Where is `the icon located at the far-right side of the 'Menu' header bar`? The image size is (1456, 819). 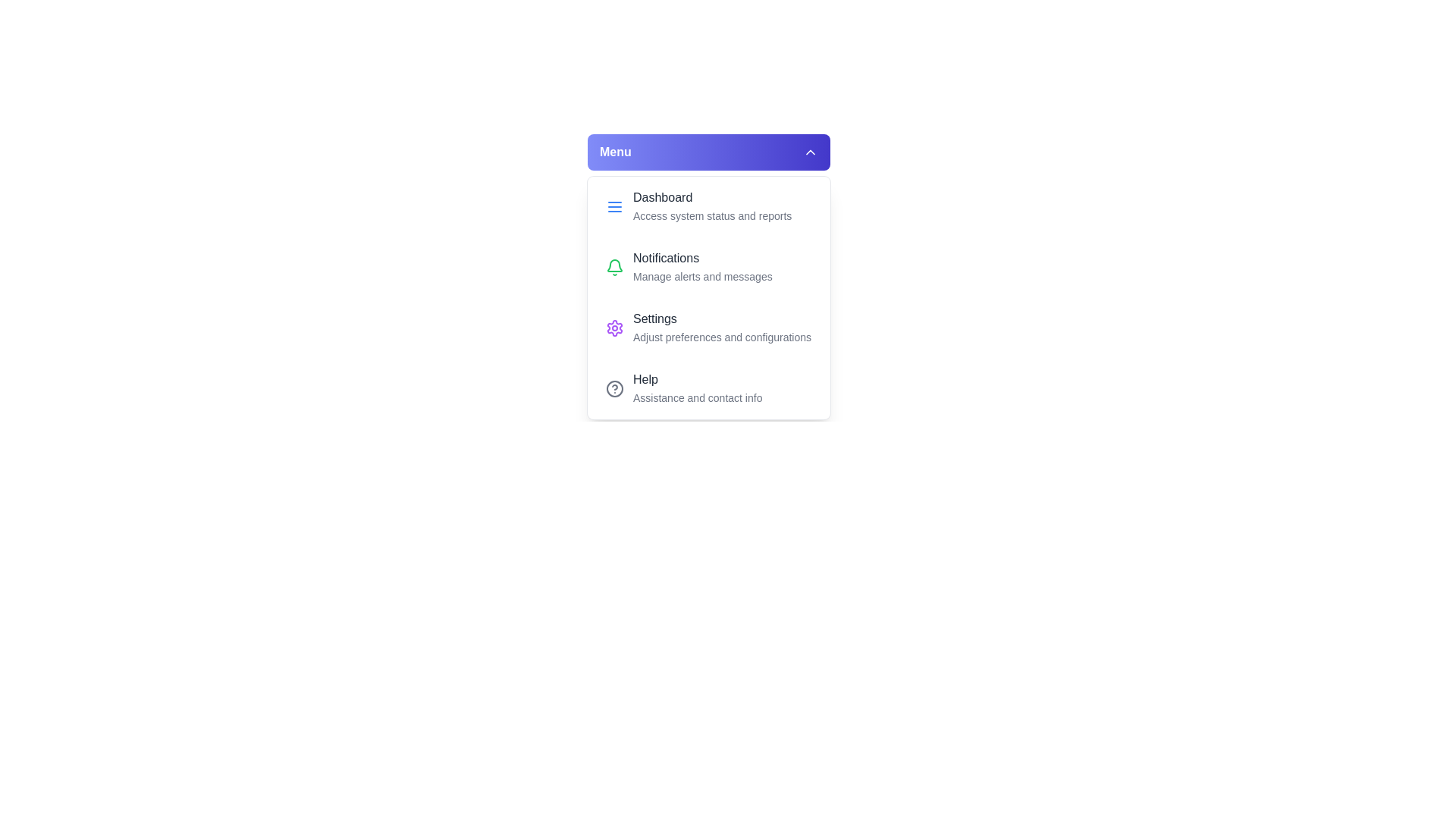
the icon located at the far-right side of the 'Menu' header bar is located at coordinates (810, 152).